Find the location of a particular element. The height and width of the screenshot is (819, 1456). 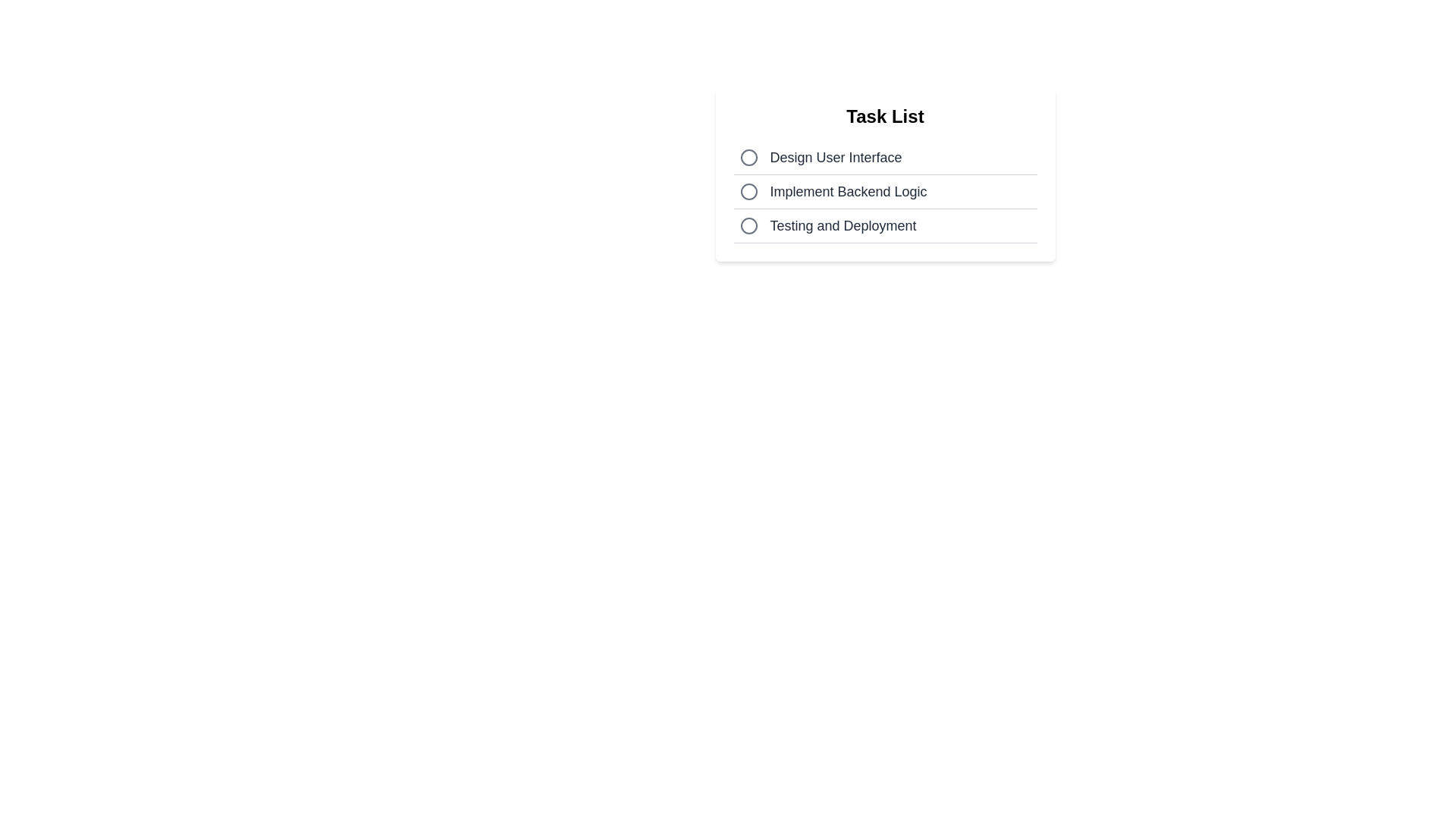

the Selection Indicator (Circle) next to the text 'Design User Interface' in the task list is located at coordinates (748, 158).